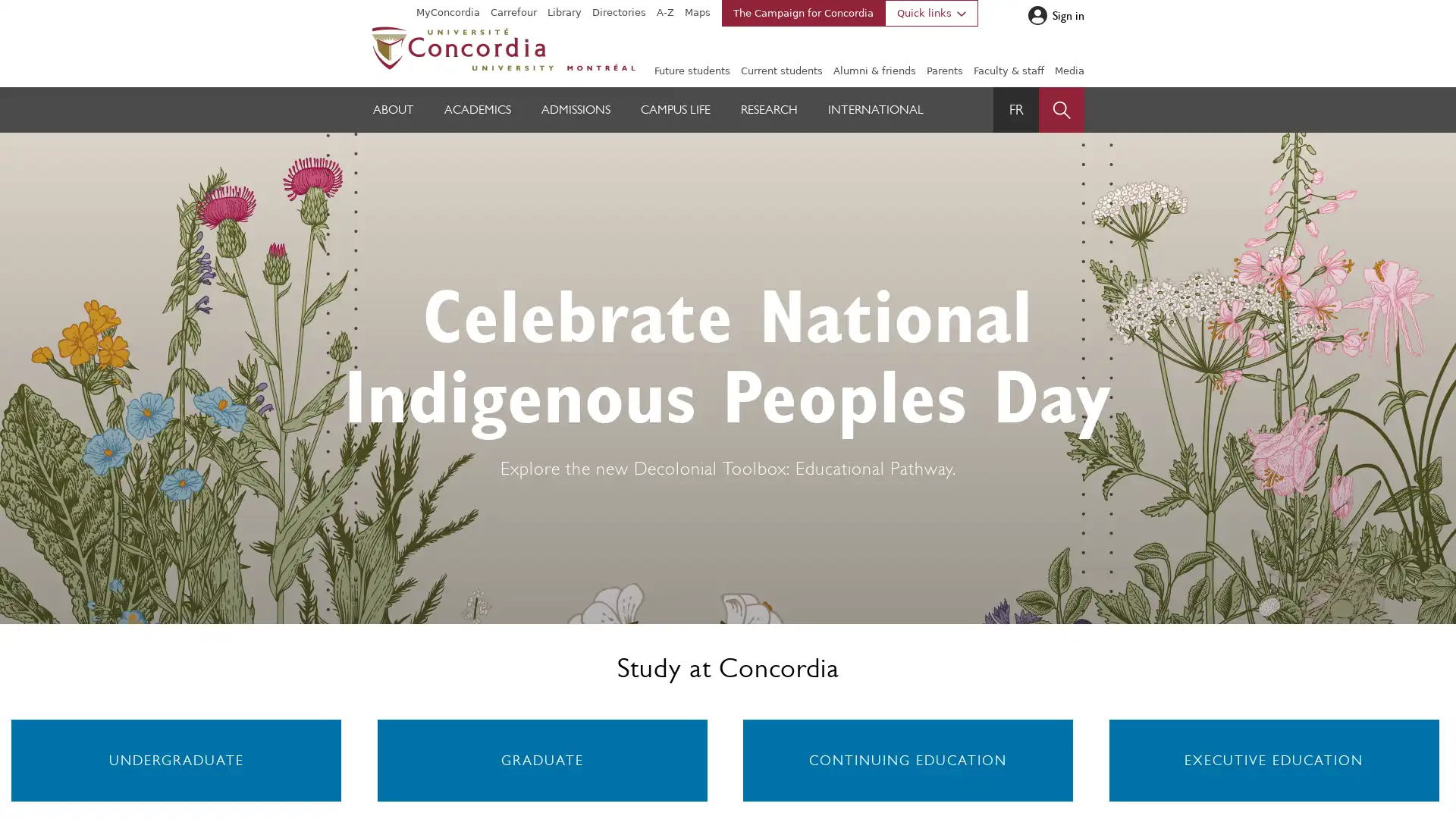 This screenshot has width=1456, height=819. Describe the element at coordinates (876, 109) in the screenshot. I see `INTERNATIONAL` at that location.